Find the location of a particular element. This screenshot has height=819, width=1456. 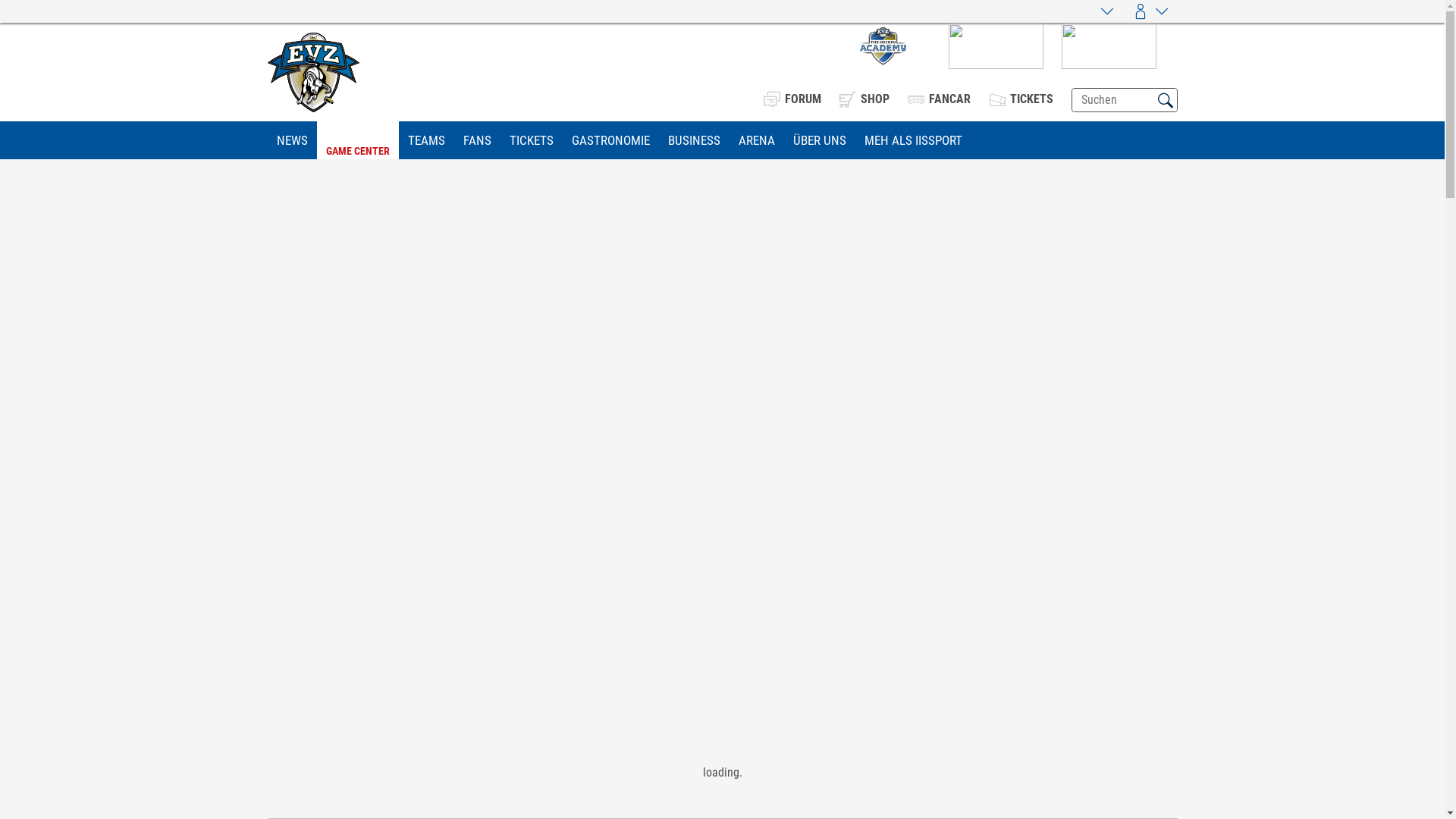

'FANS' is located at coordinates (475, 140).